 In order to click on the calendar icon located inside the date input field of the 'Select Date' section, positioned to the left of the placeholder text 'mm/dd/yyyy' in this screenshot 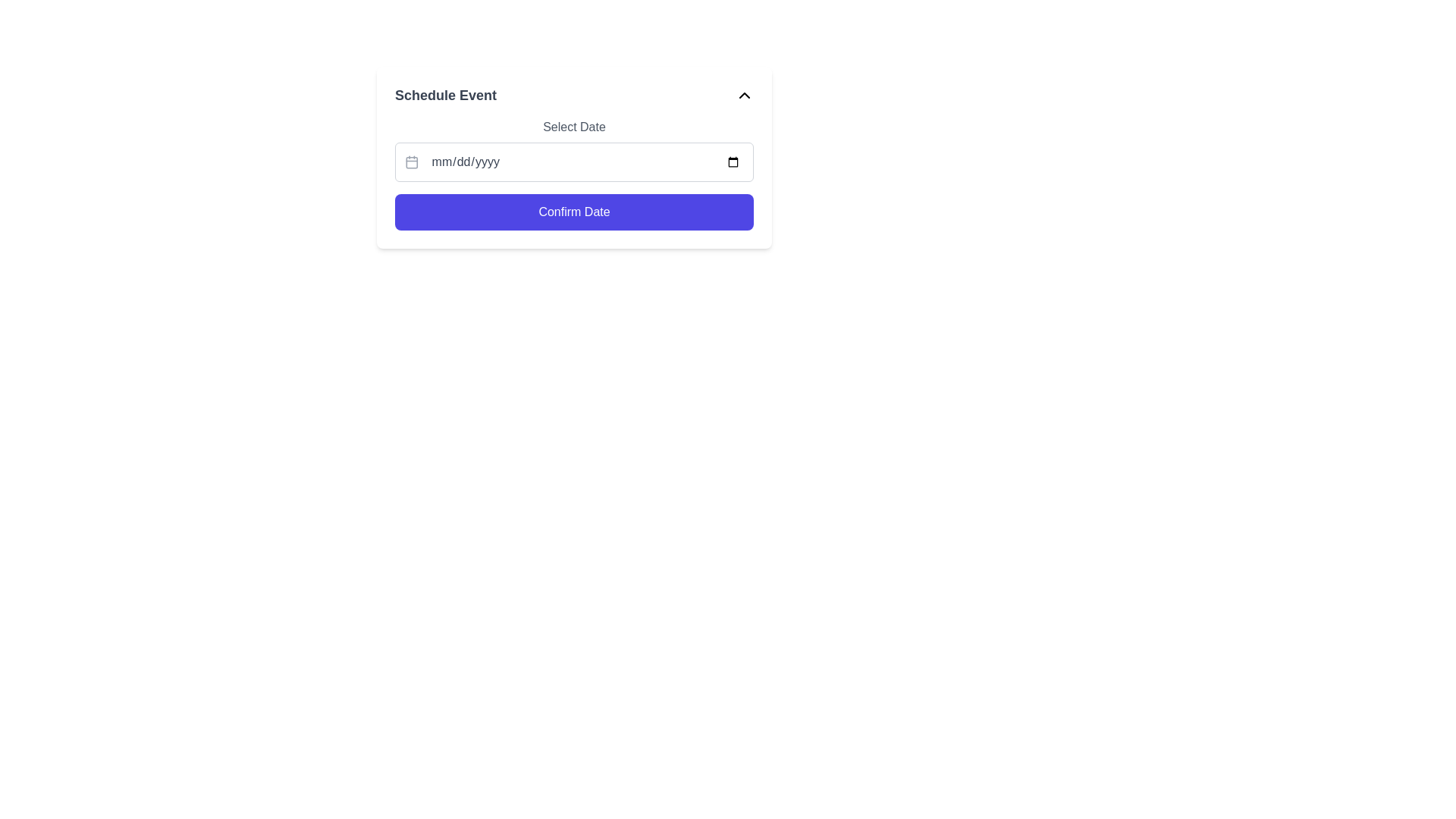, I will do `click(412, 162)`.